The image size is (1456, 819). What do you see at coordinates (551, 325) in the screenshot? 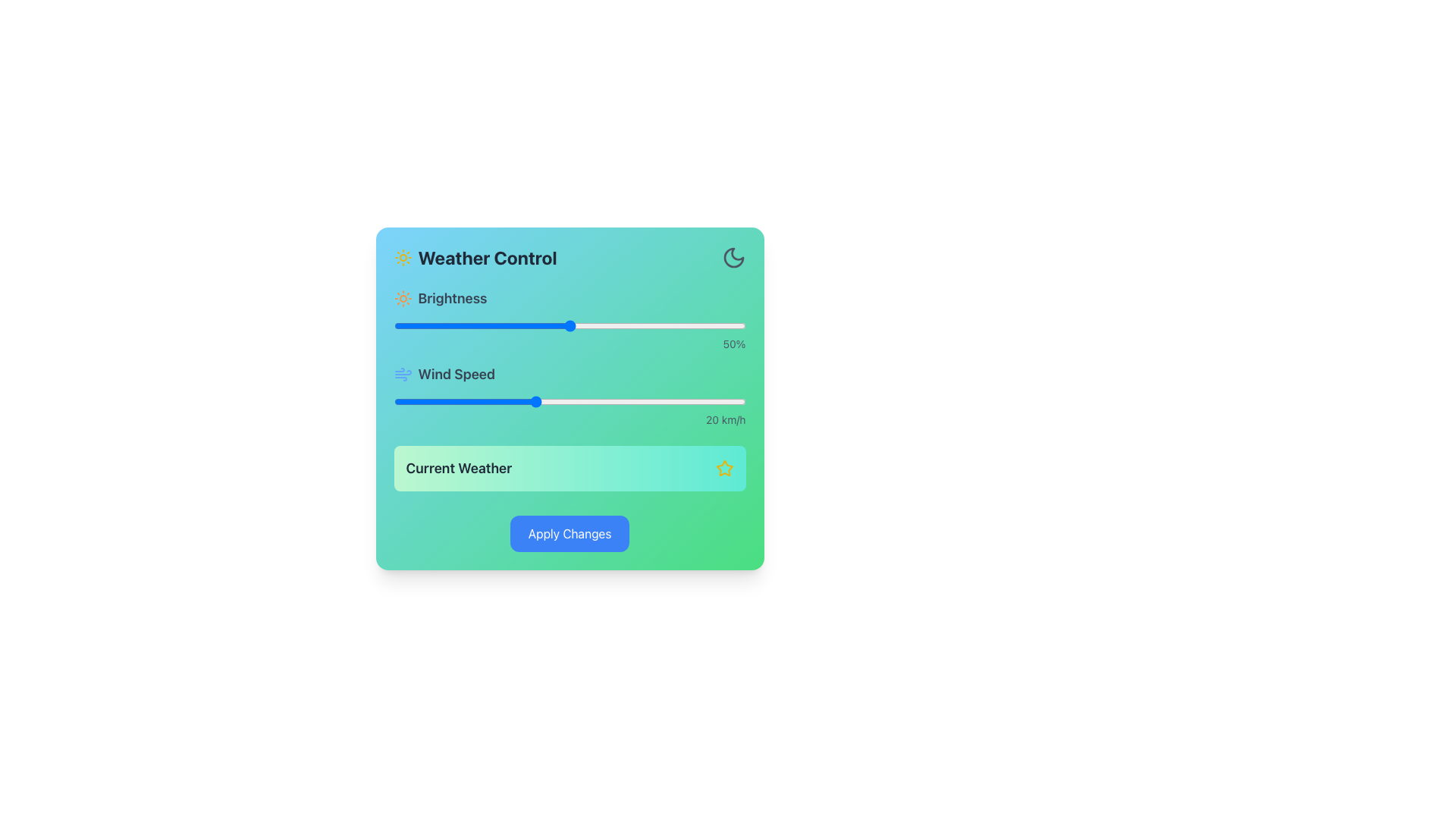
I see `the brightness level` at bounding box center [551, 325].